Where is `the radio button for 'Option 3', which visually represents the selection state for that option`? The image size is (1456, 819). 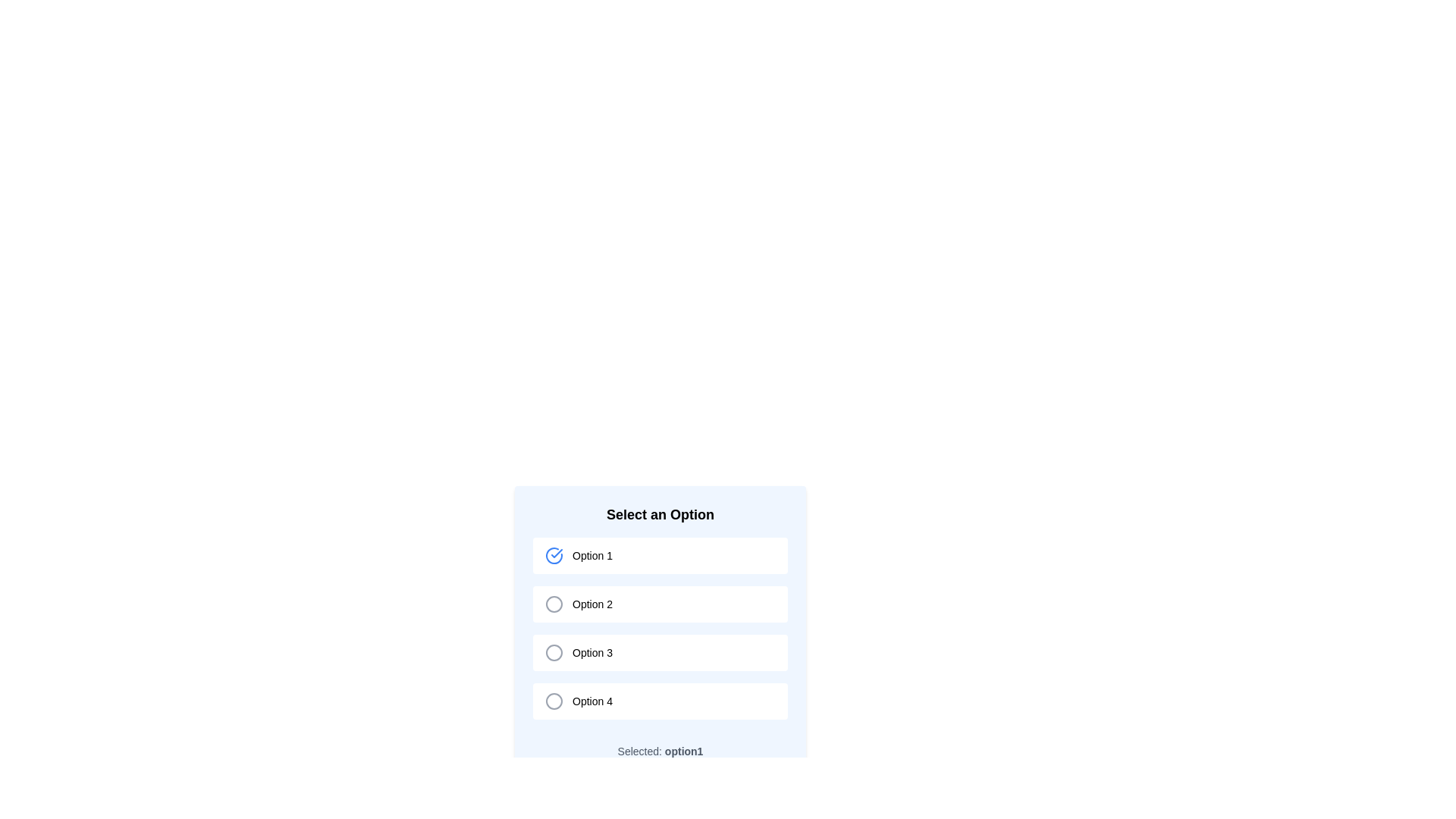 the radio button for 'Option 3', which visually represents the selection state for that option is located at coordinates (553, 651).